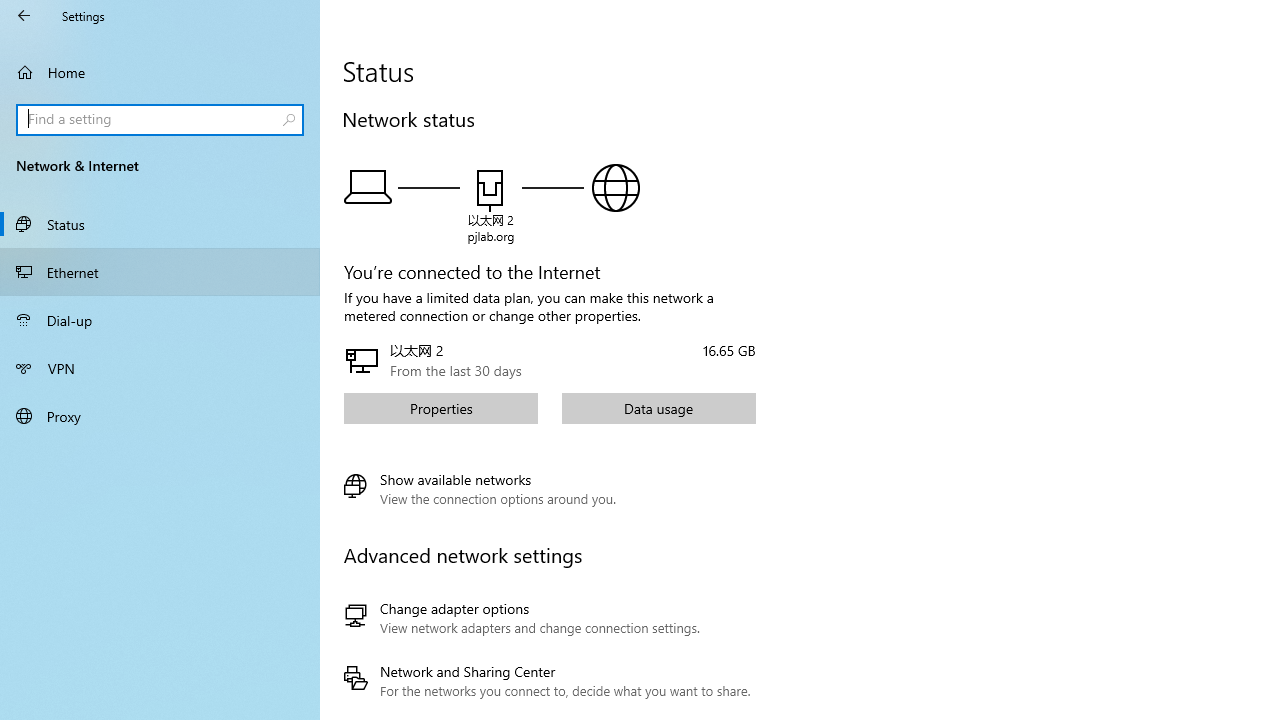  Describe the element at coordinates (160, 119) in the screenshot. I see `'Search box, Find a setting'` at that location.